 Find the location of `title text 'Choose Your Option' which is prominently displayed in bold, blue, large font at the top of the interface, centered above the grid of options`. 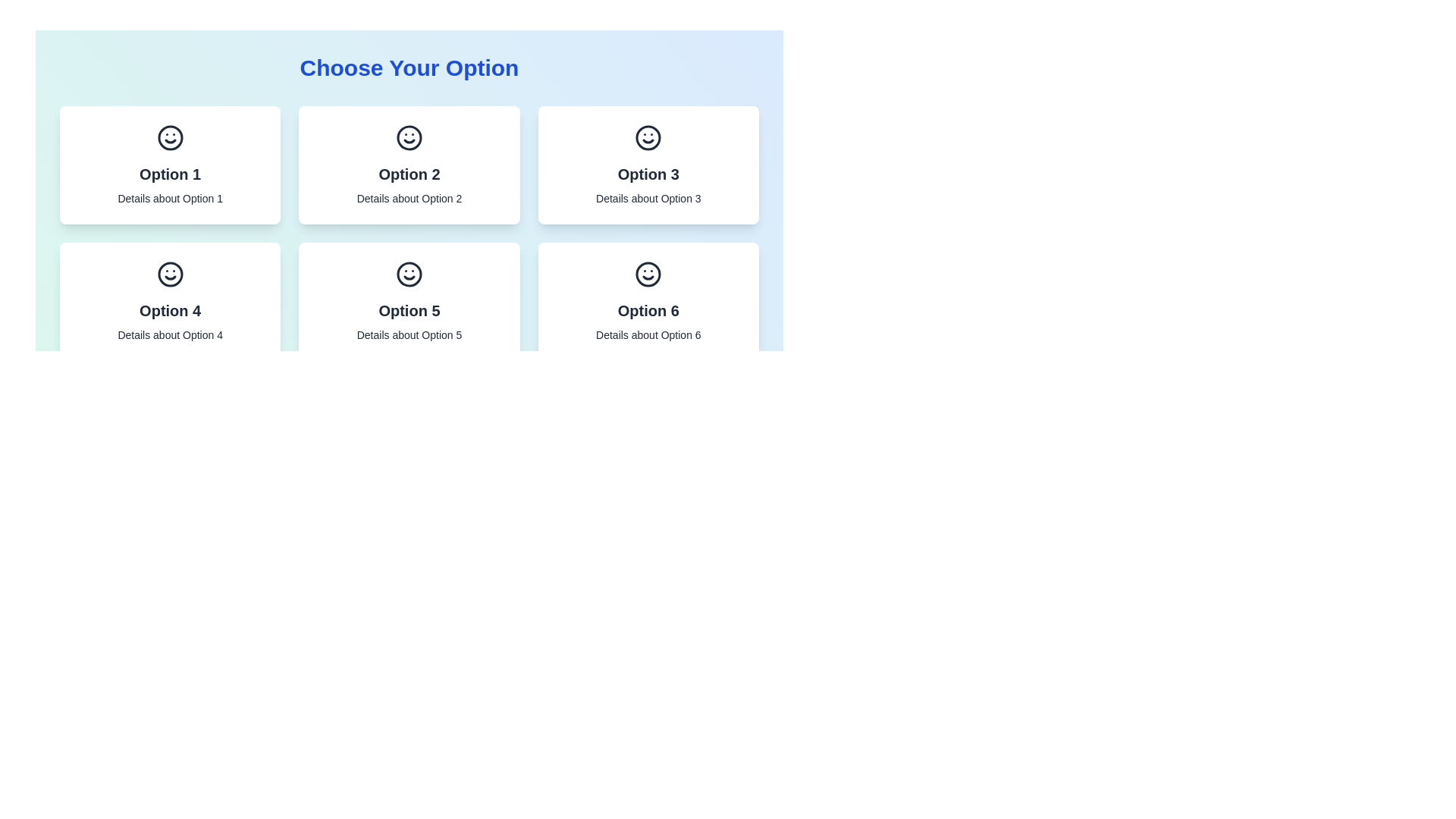

title text 'Choose Your Option' which is prominently displayed in bold, blue, large font at the top of the interface, centered above the grid of options is located at coordinates (409, 67).